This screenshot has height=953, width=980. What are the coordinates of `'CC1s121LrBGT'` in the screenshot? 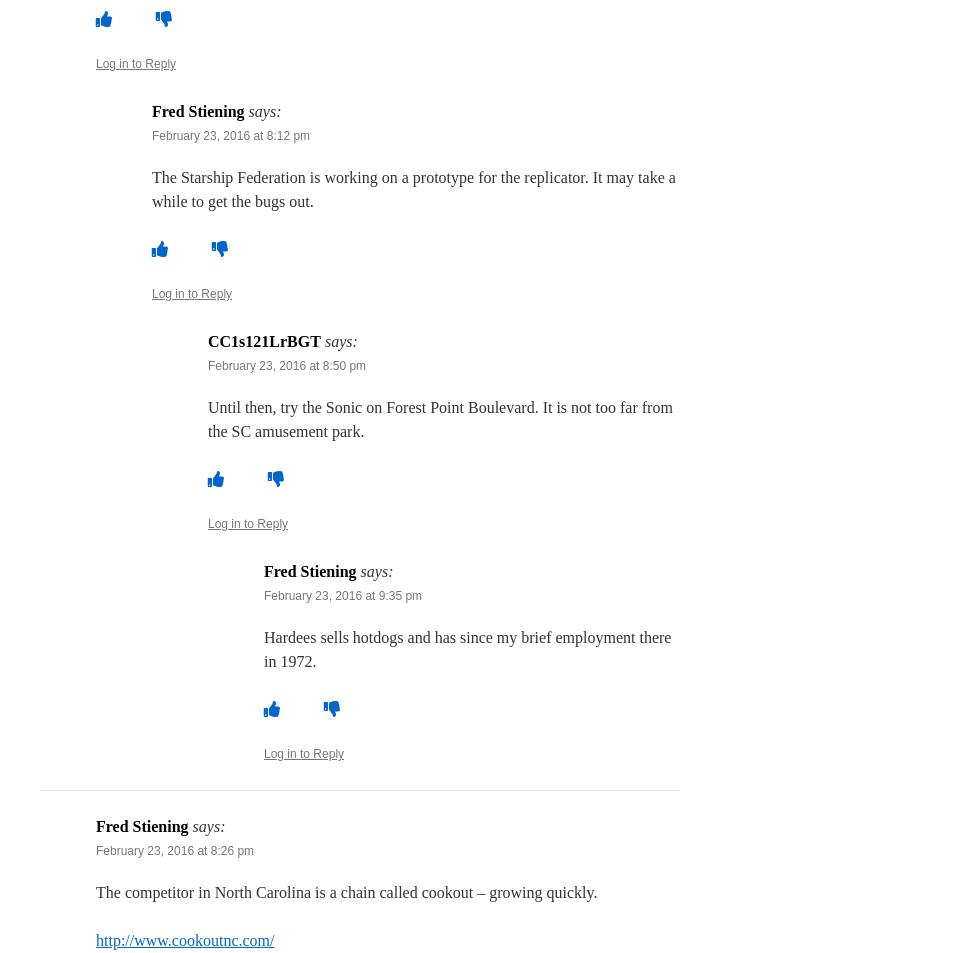 It's located at (264, 340).